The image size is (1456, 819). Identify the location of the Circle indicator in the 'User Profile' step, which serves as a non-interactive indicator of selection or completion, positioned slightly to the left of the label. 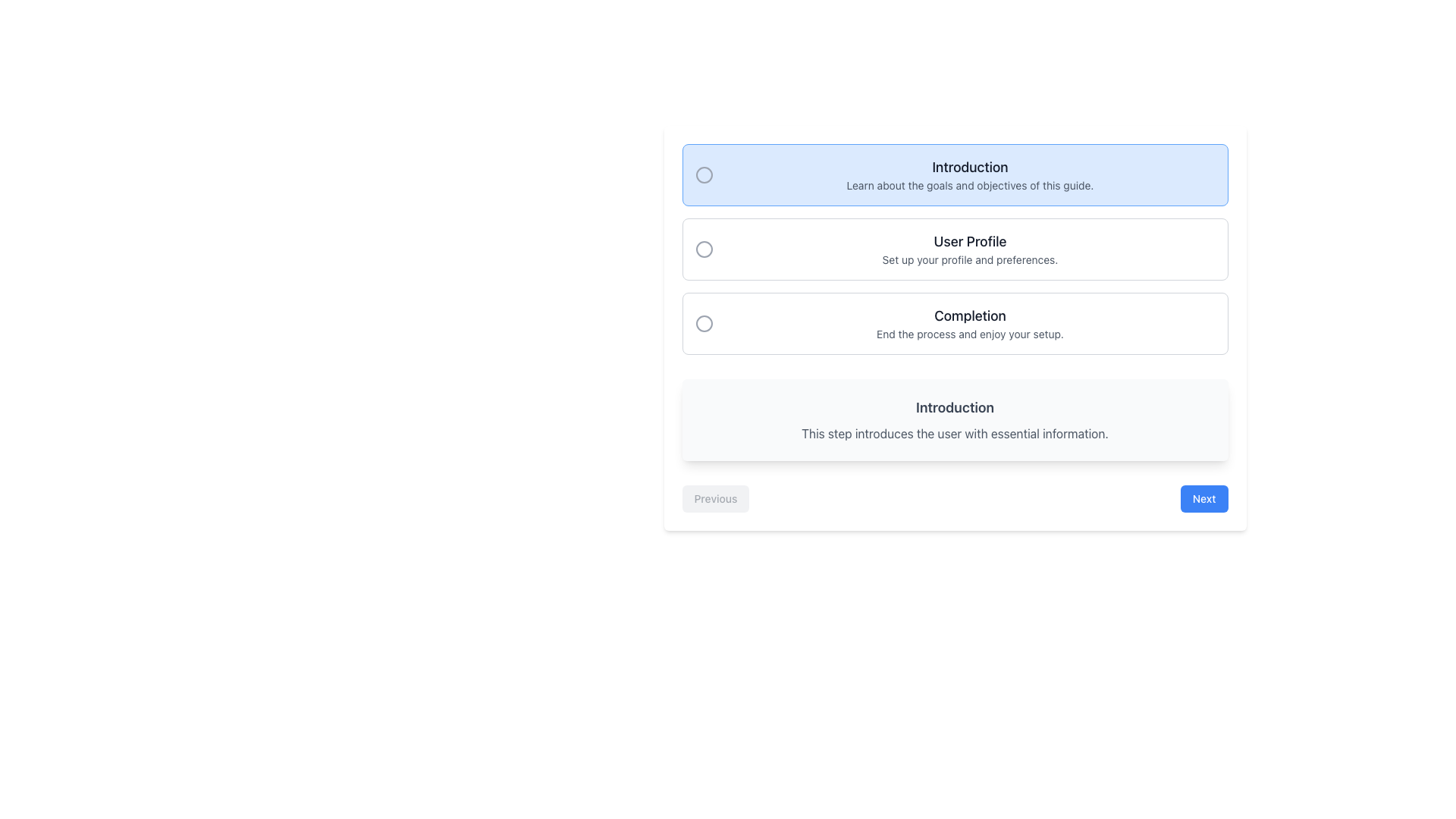
(703, 248).